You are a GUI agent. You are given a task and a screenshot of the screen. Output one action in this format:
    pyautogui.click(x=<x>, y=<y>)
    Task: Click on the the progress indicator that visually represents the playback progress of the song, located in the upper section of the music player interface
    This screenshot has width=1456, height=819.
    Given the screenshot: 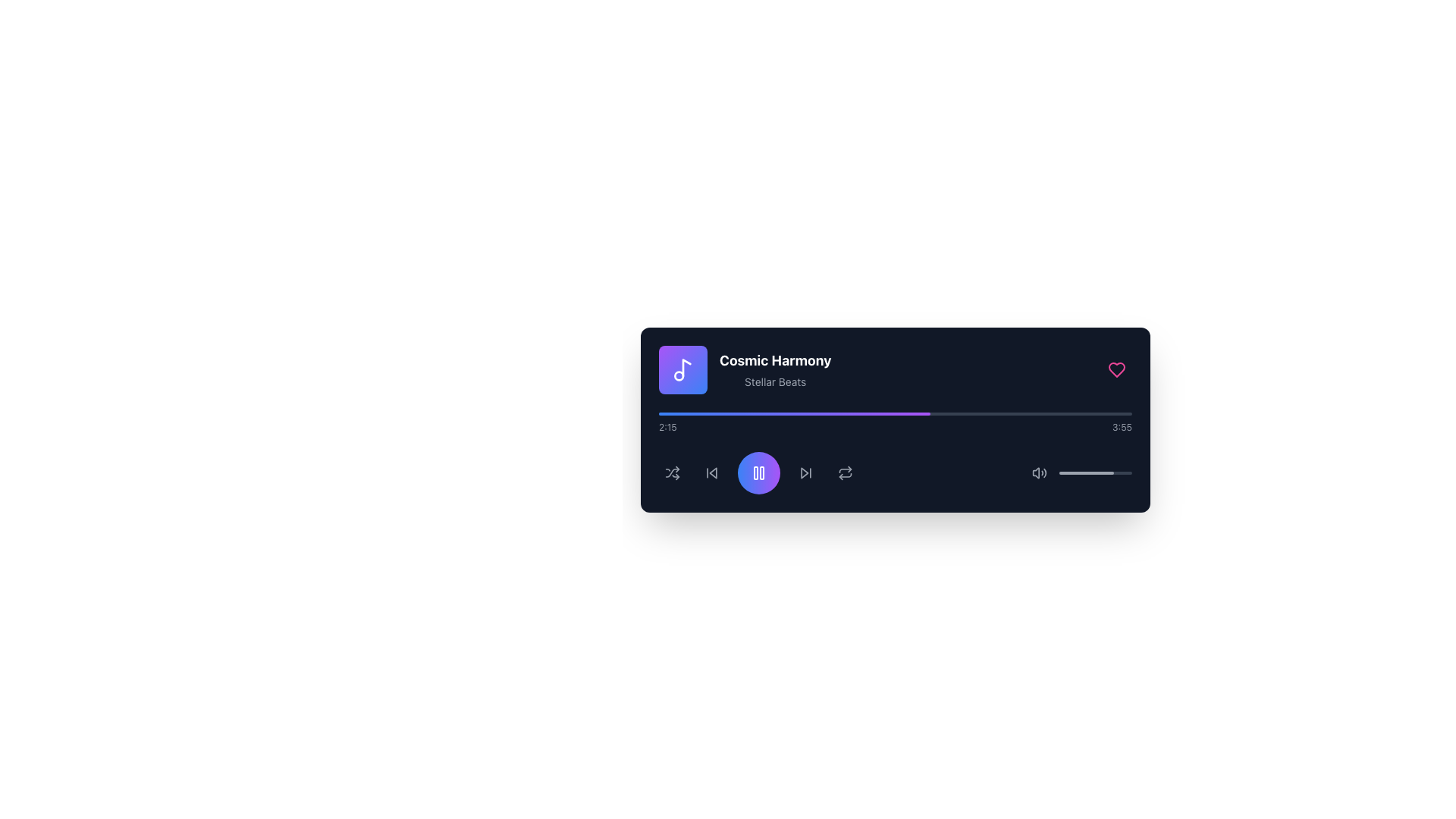 What is the action you would take?
    pyautogui.click(x=794, y=414)
    